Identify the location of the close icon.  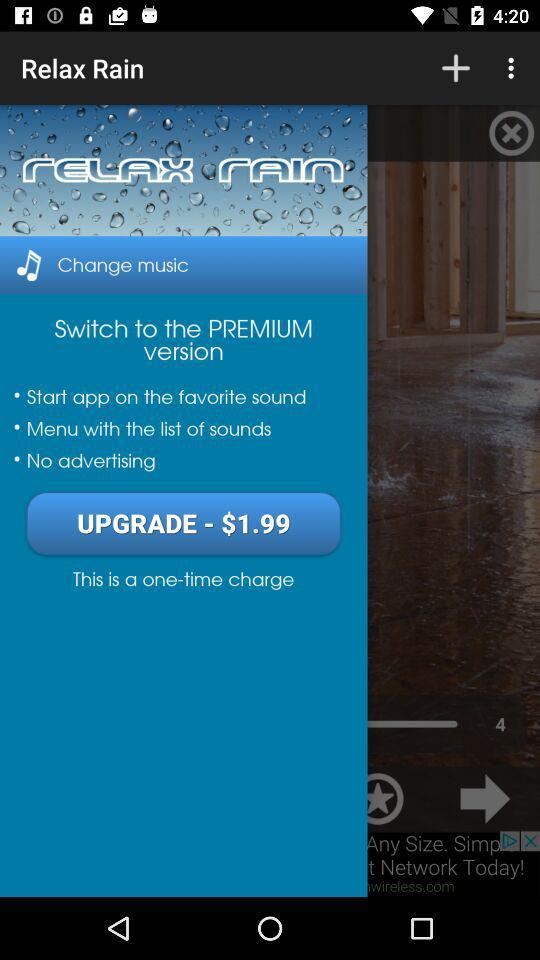
(511, 132).